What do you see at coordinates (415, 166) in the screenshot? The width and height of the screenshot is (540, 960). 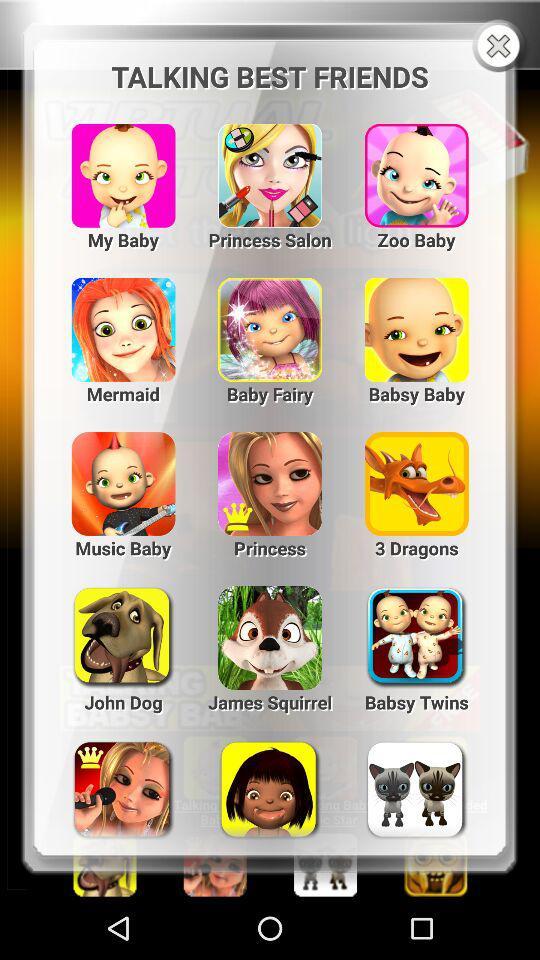 I see `third icon of first column` at bounding box center [415, 166].